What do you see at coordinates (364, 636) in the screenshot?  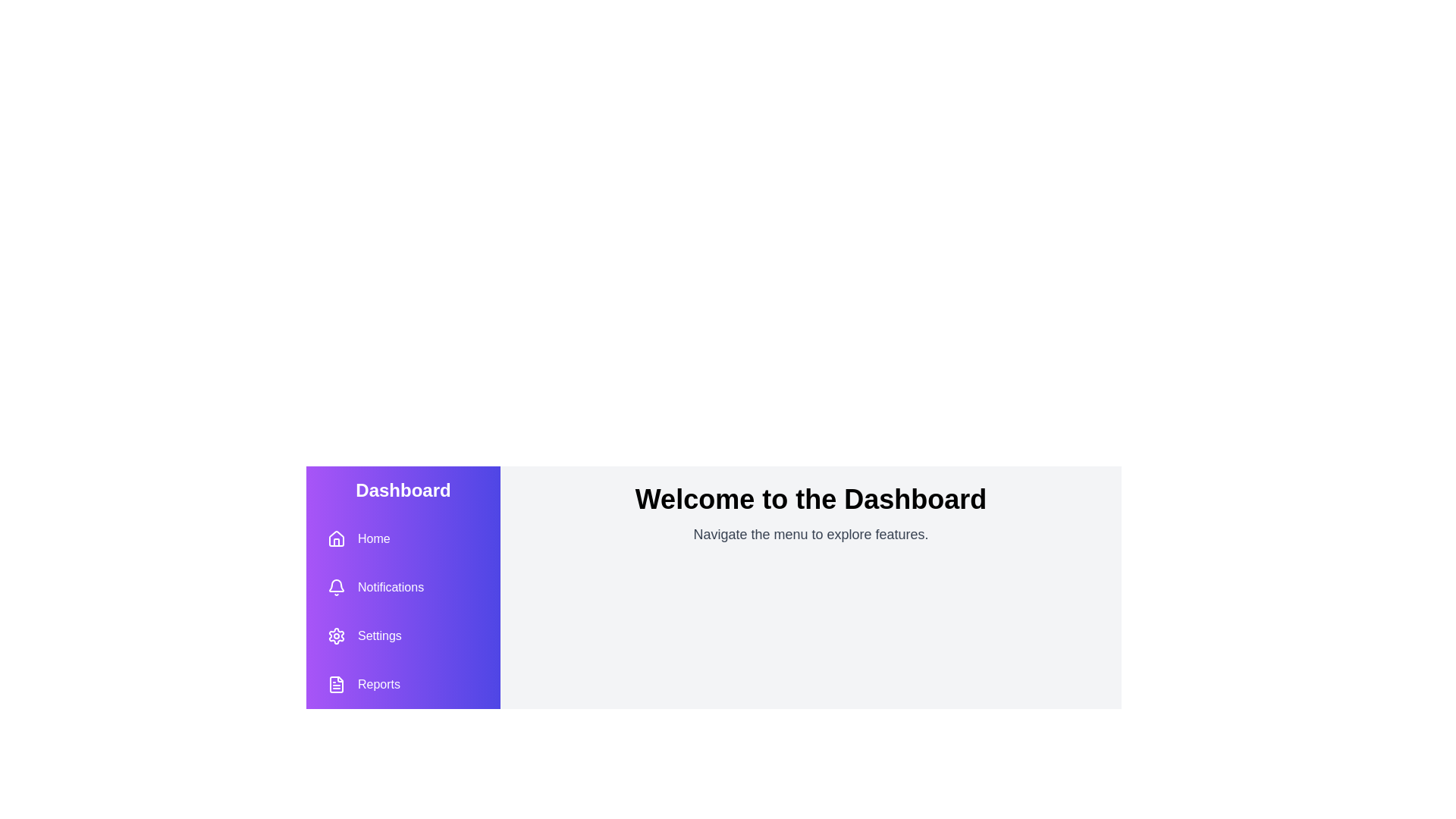 I see `the button labeled Settings to observe its hover effect` at bounding box center [364, 636].